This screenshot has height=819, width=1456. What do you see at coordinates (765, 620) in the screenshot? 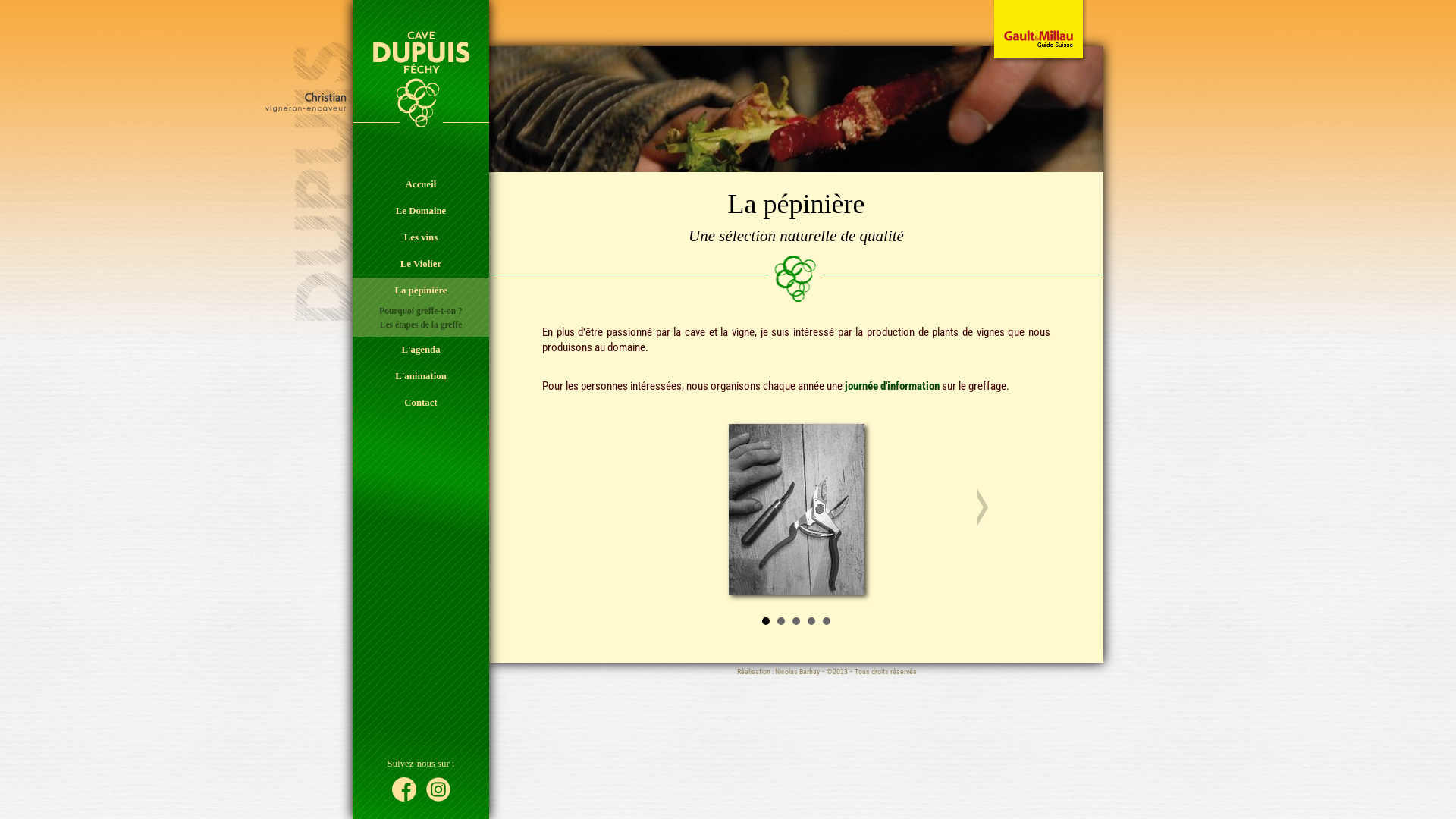
I see `'1'` at bounding box center [765, 620].